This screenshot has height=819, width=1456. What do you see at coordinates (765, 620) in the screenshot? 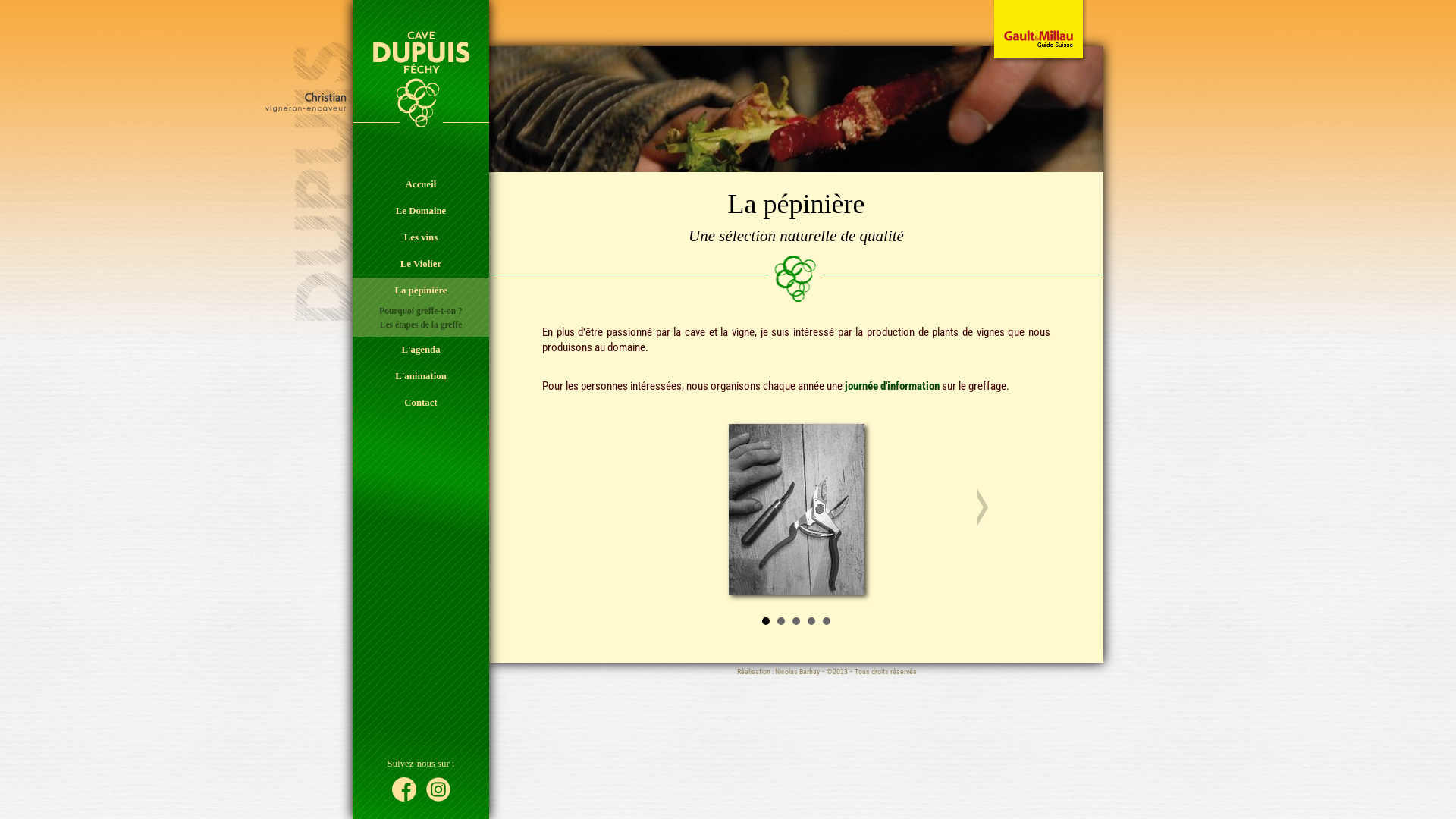
I see `'1'` at bounding box center [765, 620].